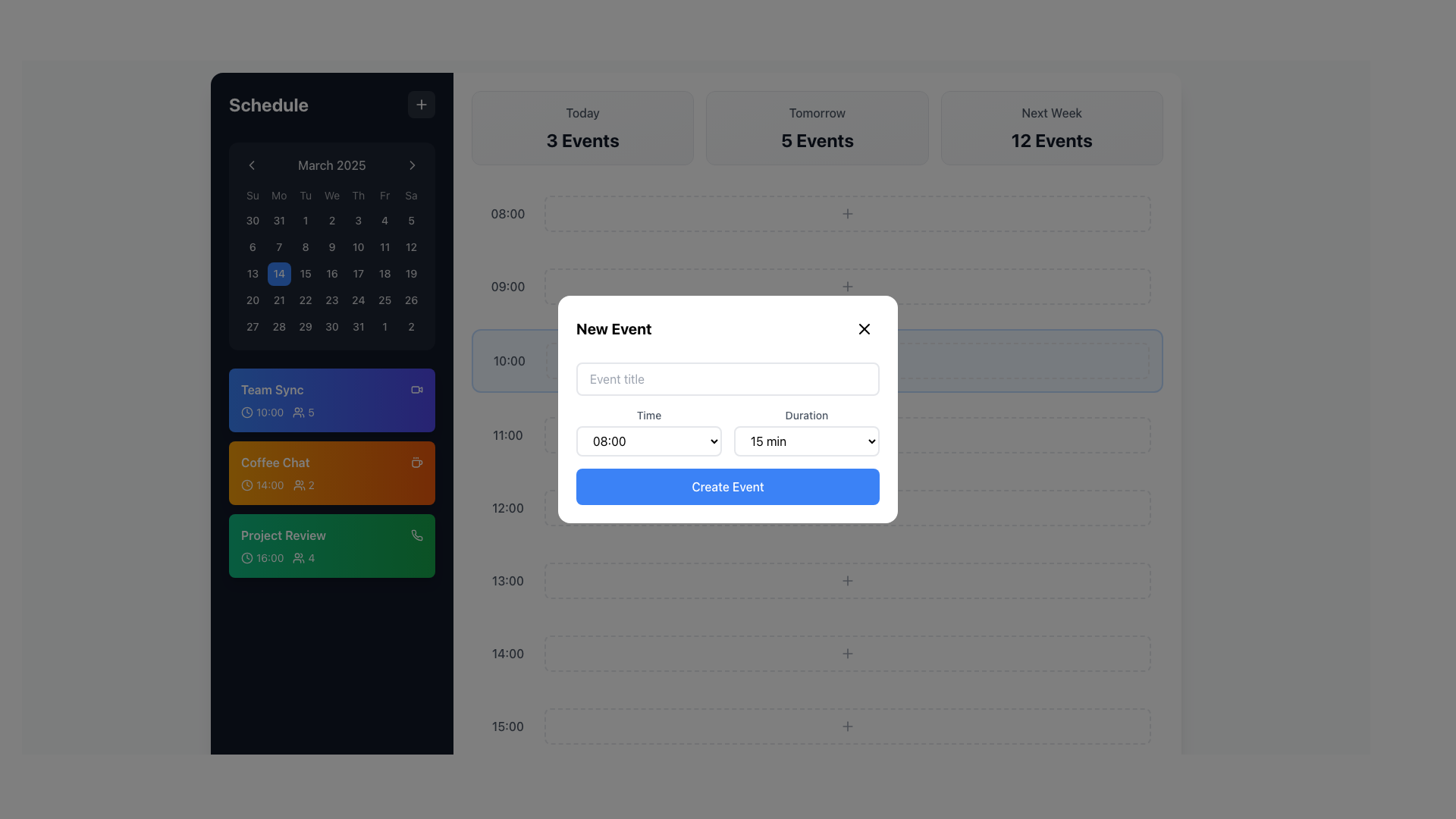 The width and height of the screenshot is (1456, 819). I want to click on the 'Coffee Chat' Event Card, which is the second item, so click(331, 472).